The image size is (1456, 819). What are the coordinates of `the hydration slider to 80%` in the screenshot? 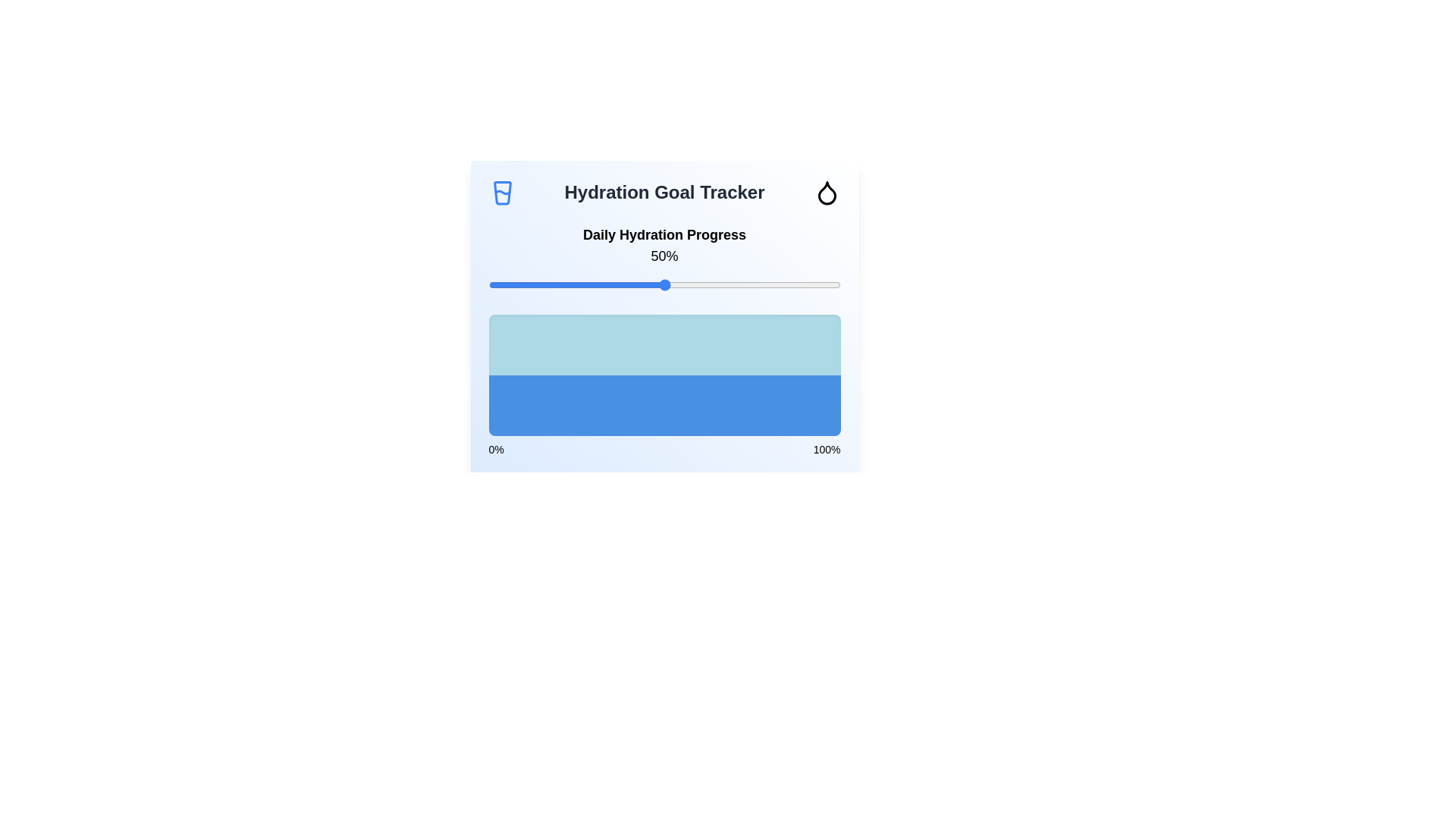 It's located at (770, 284).